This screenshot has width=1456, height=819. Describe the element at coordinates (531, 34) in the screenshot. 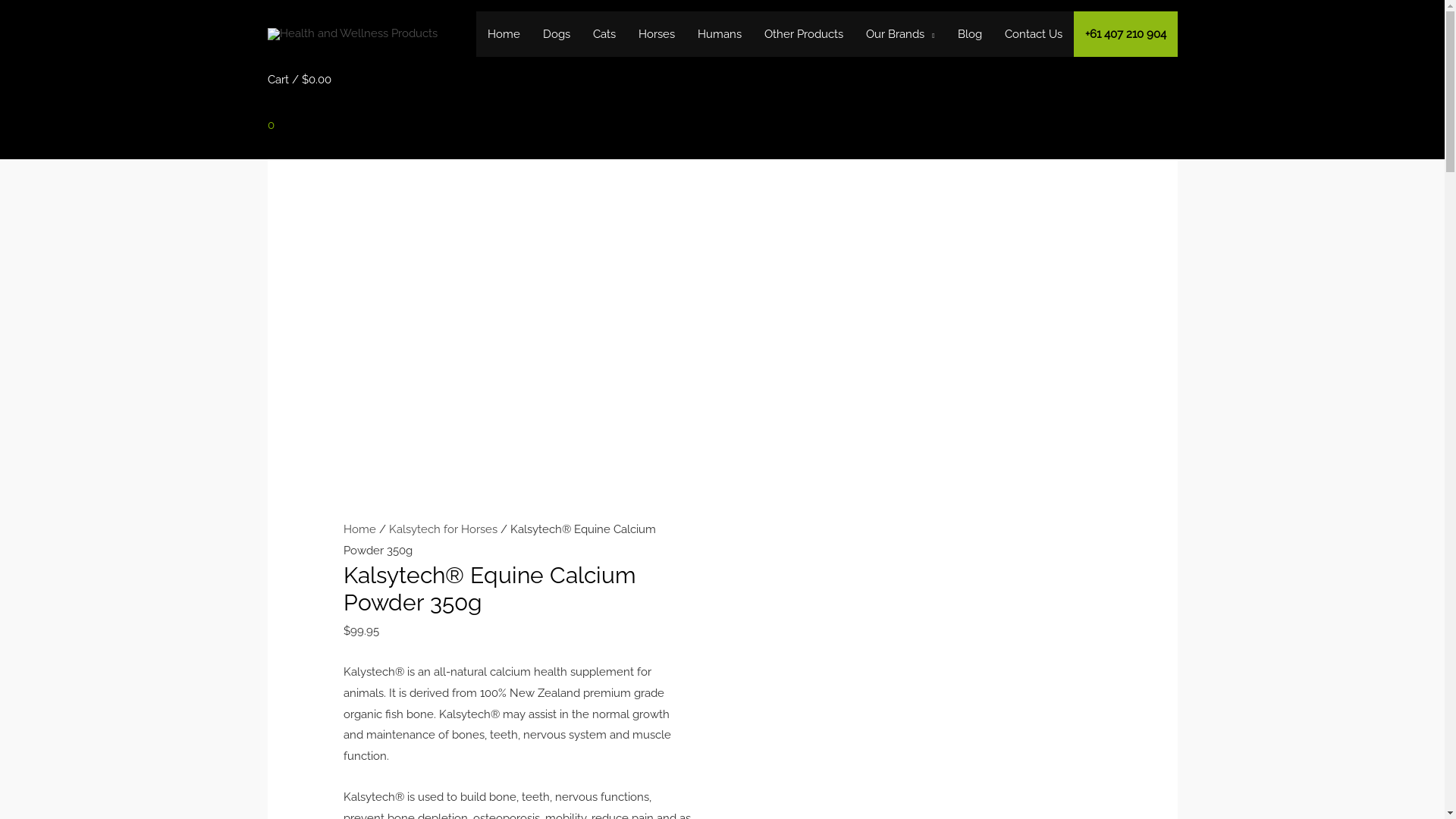

I see `'Dogs'` at that location.